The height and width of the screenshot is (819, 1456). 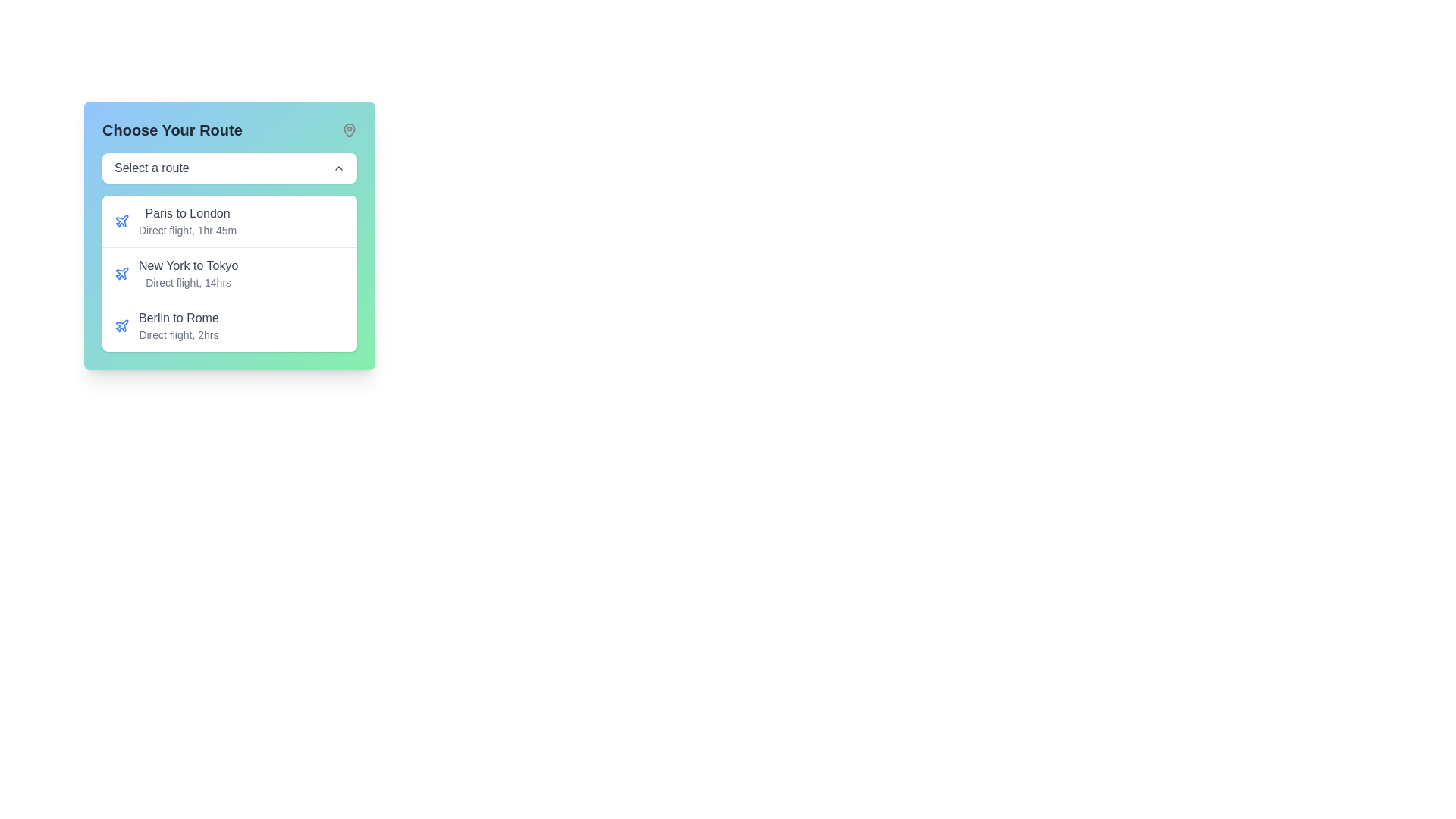 I want to click on the first list item labeled 'Paris to London', so click(x=228, y=221).